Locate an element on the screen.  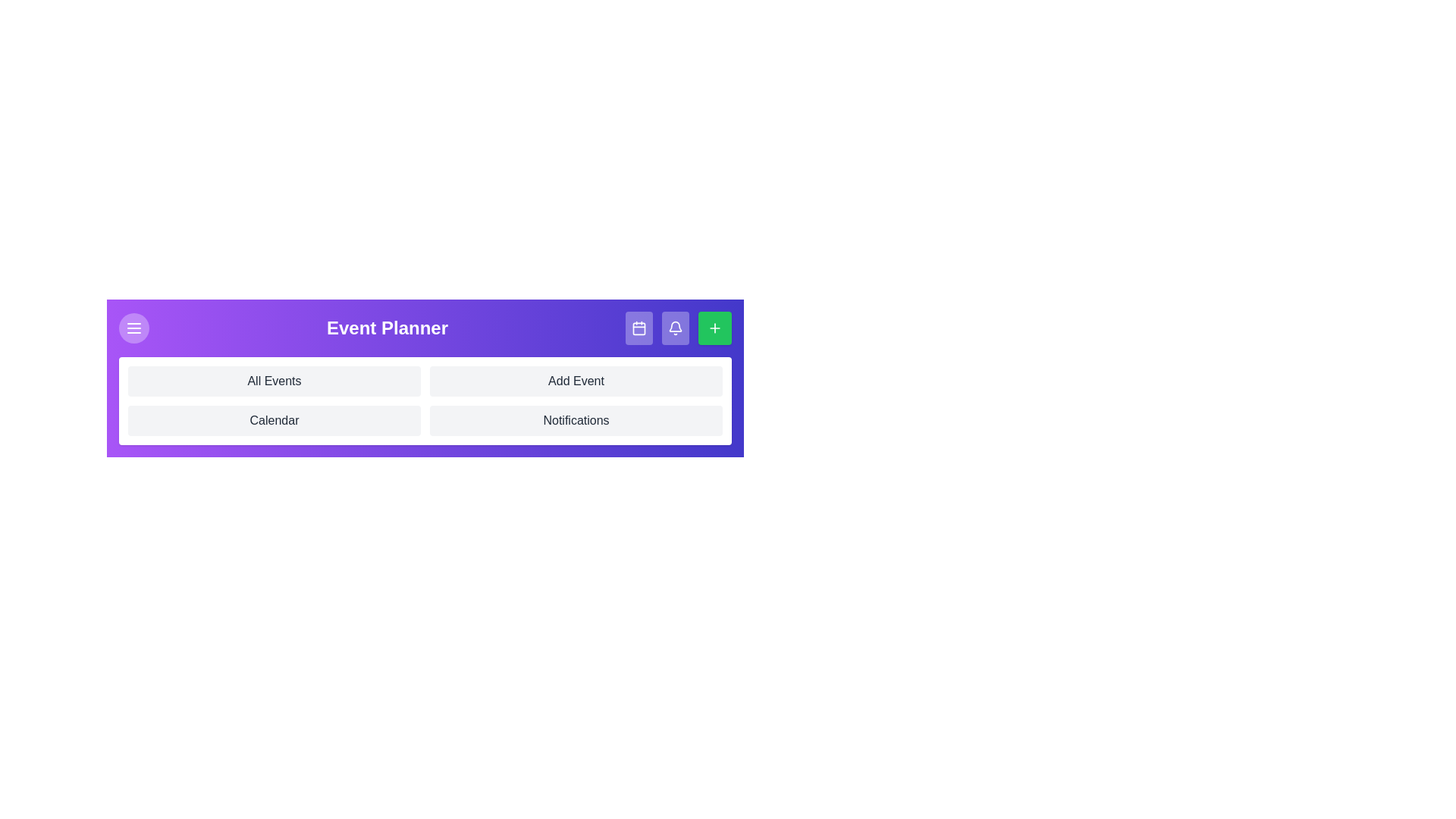
the calendar button to view the calendar is located at coordinates (639, 327).